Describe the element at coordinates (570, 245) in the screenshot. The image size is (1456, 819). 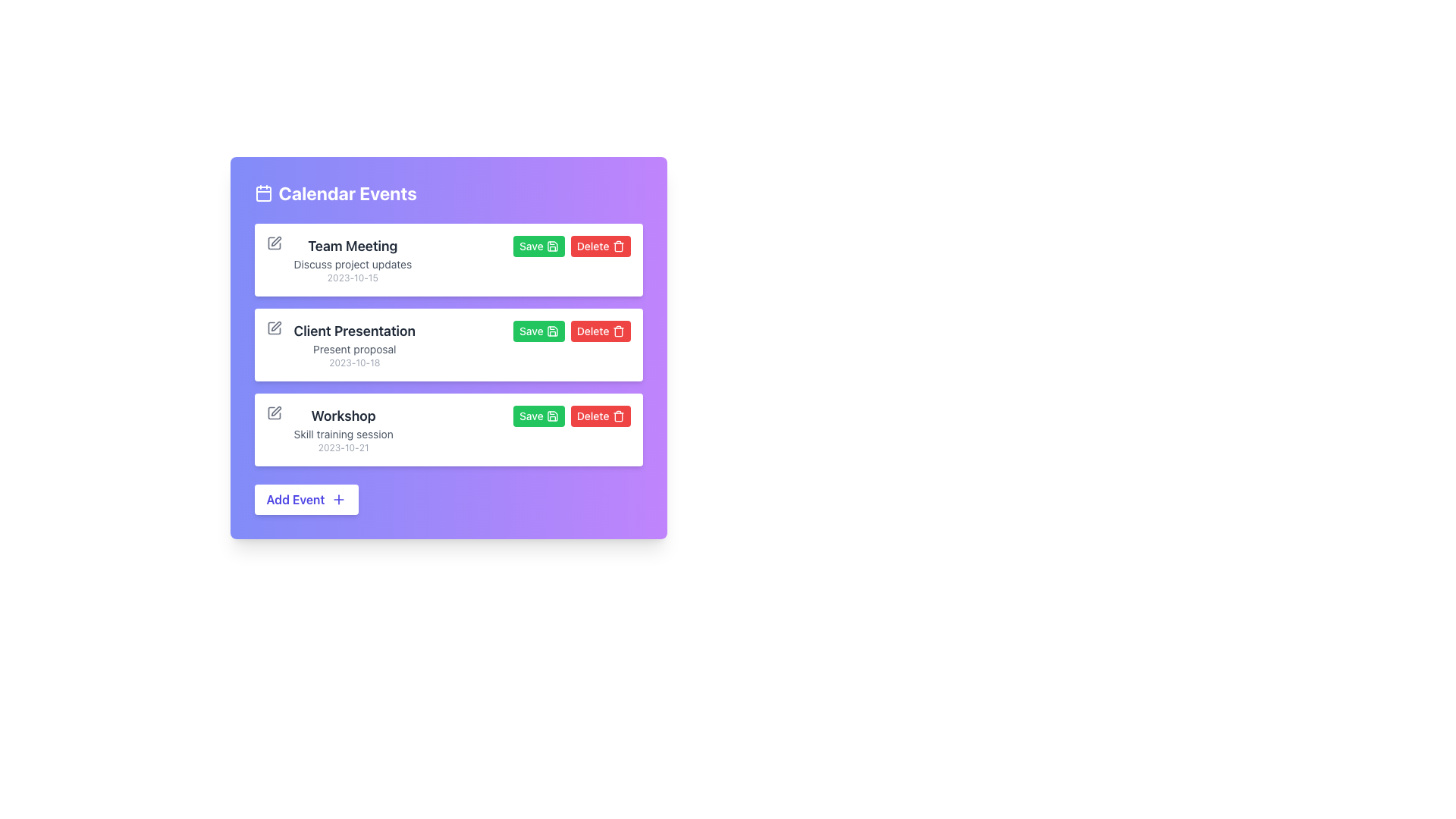
I see `the 'Delete' button in the control panel located in the top right corner of the first item in the 'Calendar Events' list` at that location.